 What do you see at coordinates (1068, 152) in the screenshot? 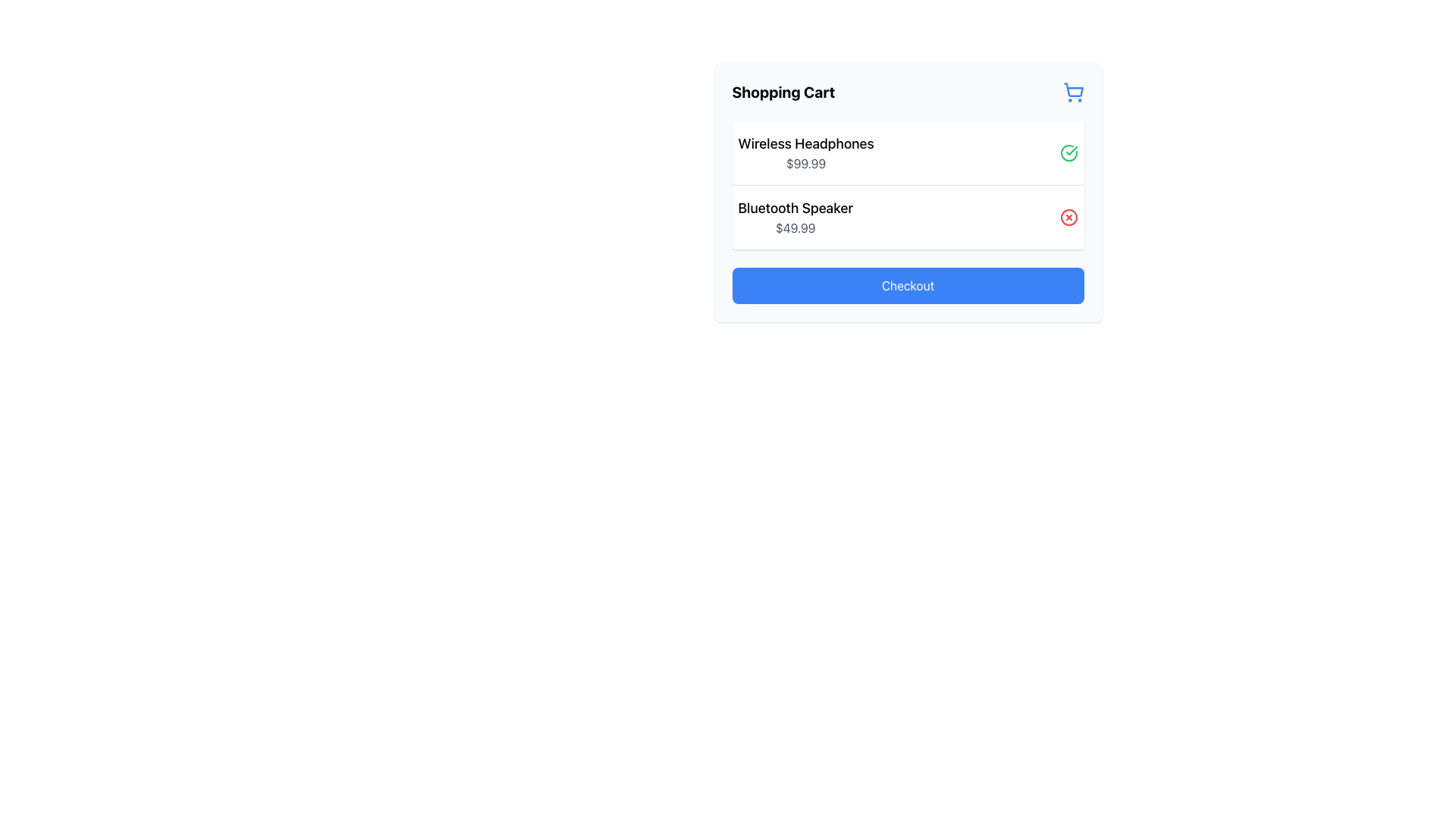
I see `the circular green icon with a checkmark located to the far right of the 'Wireless Headphones' item row in the Shopping Cart interface, next to the text '$99.99'` at bounding box center [1068, 152].